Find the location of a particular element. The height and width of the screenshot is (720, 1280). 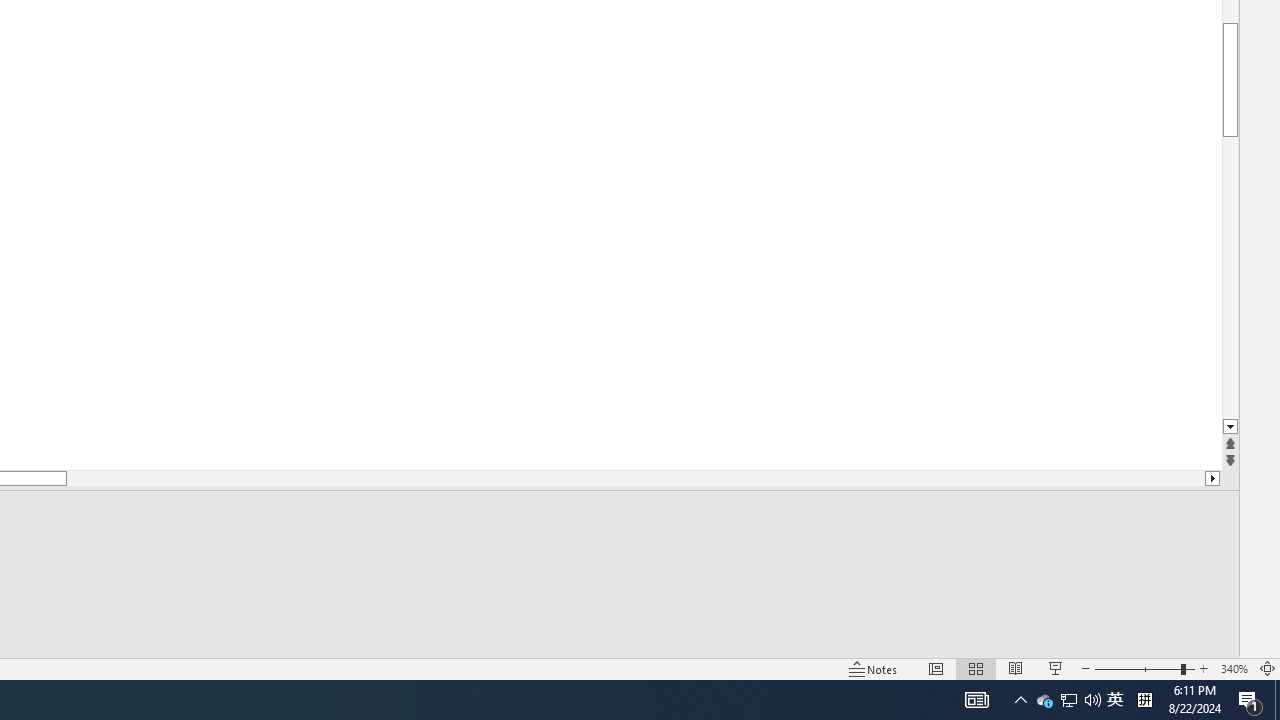

'Zoom 340%' is located at coordinates (1233, 669).